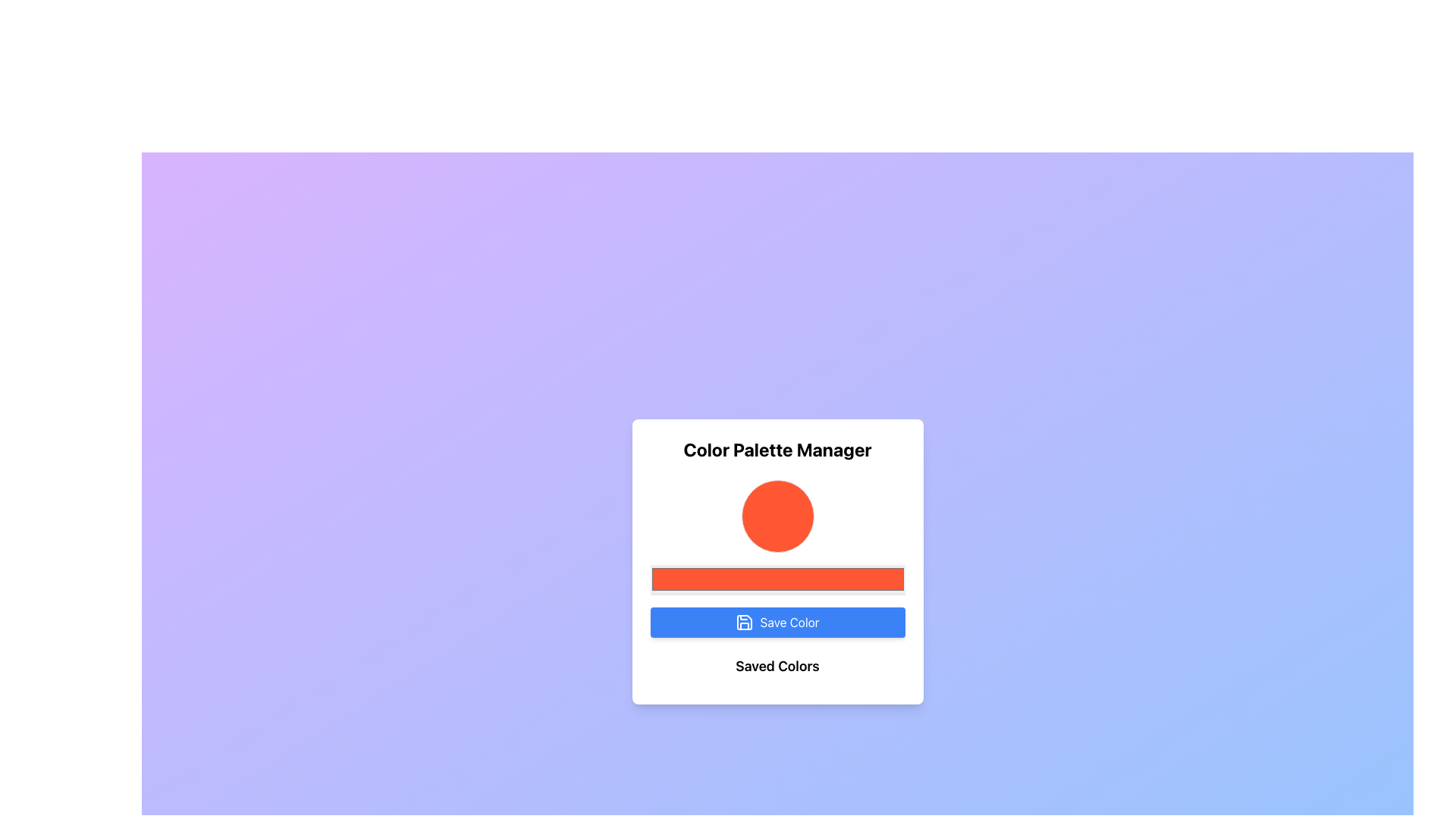 This screenshot has width=1456, height=819. I want to click on the 'Save Color' button located in the 'Color Palette Manager' section, which is directly beneath the color input field and above the 'Saved Colors' label, to trigger hover effects, so click(777, 623).